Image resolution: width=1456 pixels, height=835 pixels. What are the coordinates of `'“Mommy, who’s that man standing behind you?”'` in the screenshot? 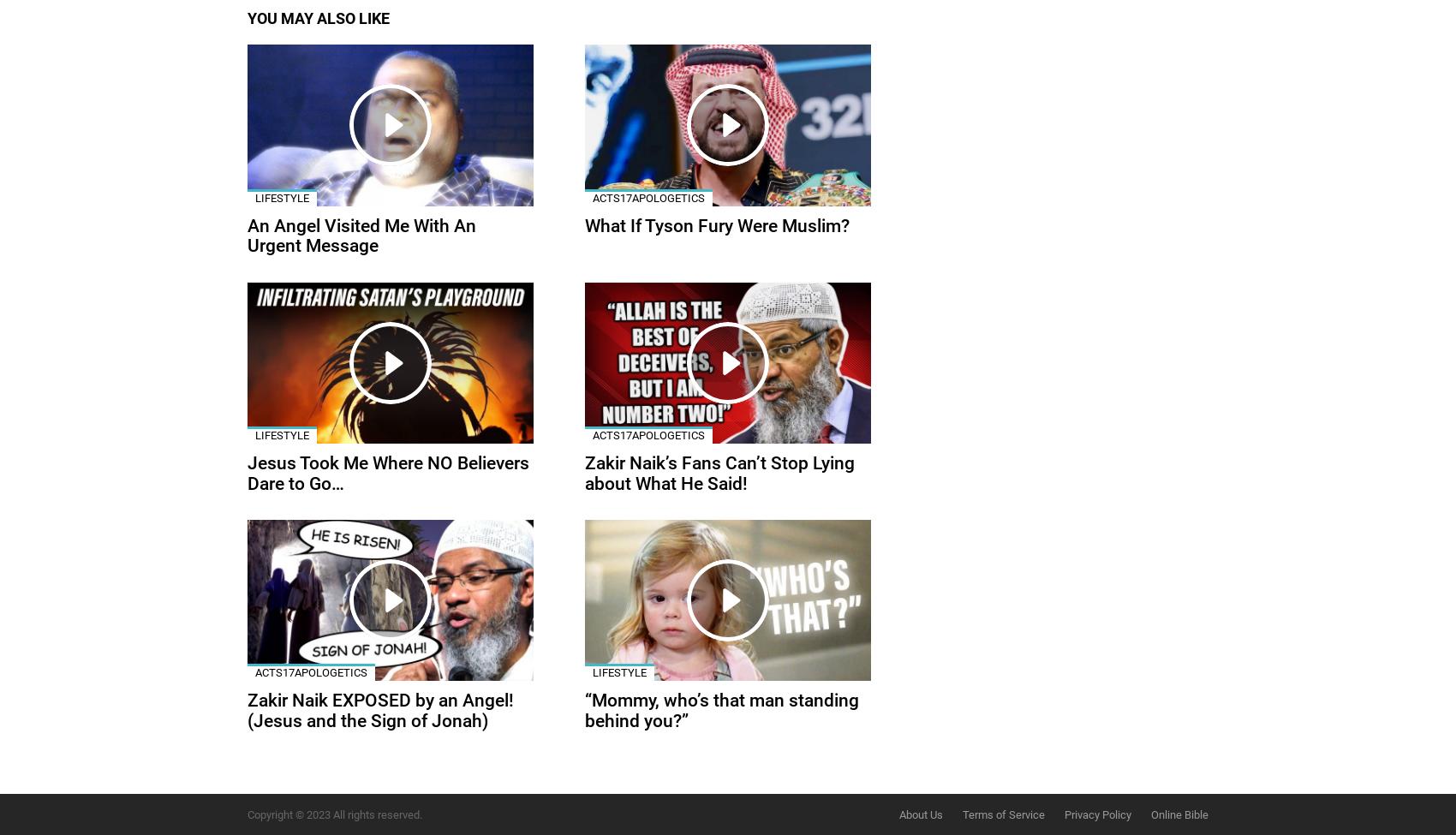 It's located at (721, 710).